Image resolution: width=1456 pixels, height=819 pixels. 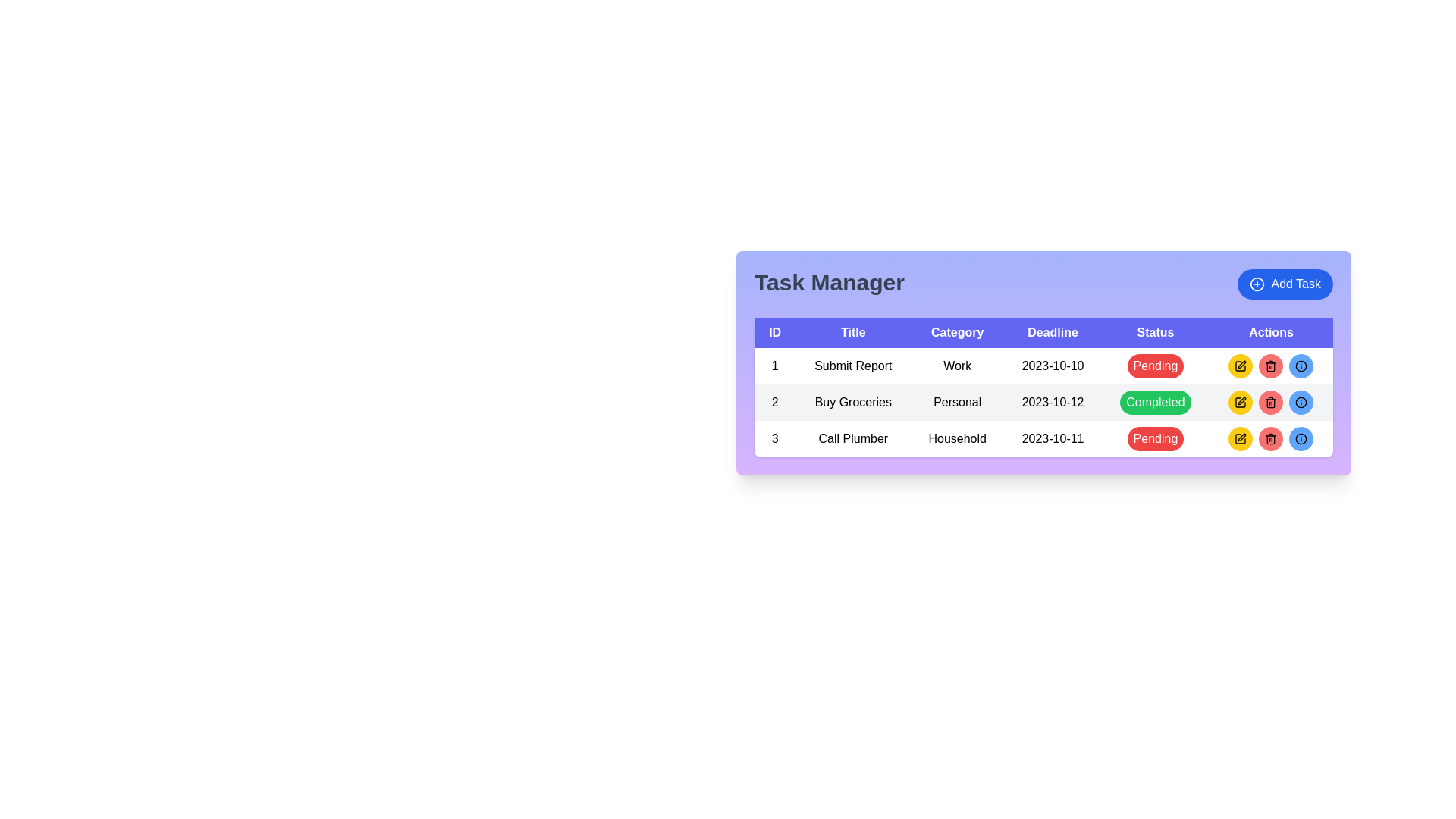 What do you see at coordinates (1271, 438) in the screenshot?
I see `the delete button` at bounding box center [1271, 438].